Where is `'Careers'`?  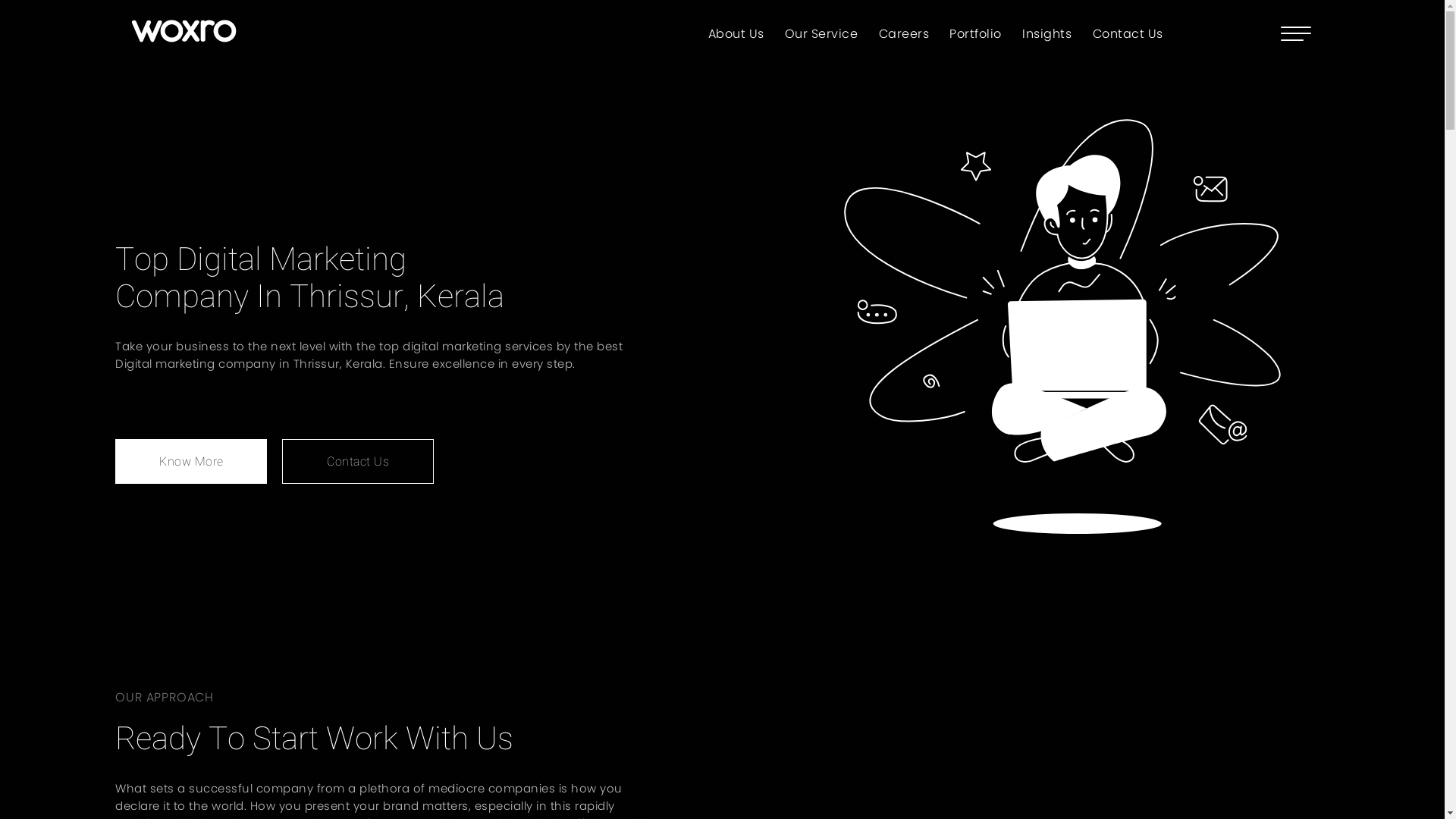 'Careers' is located at coordinates (904, 33).